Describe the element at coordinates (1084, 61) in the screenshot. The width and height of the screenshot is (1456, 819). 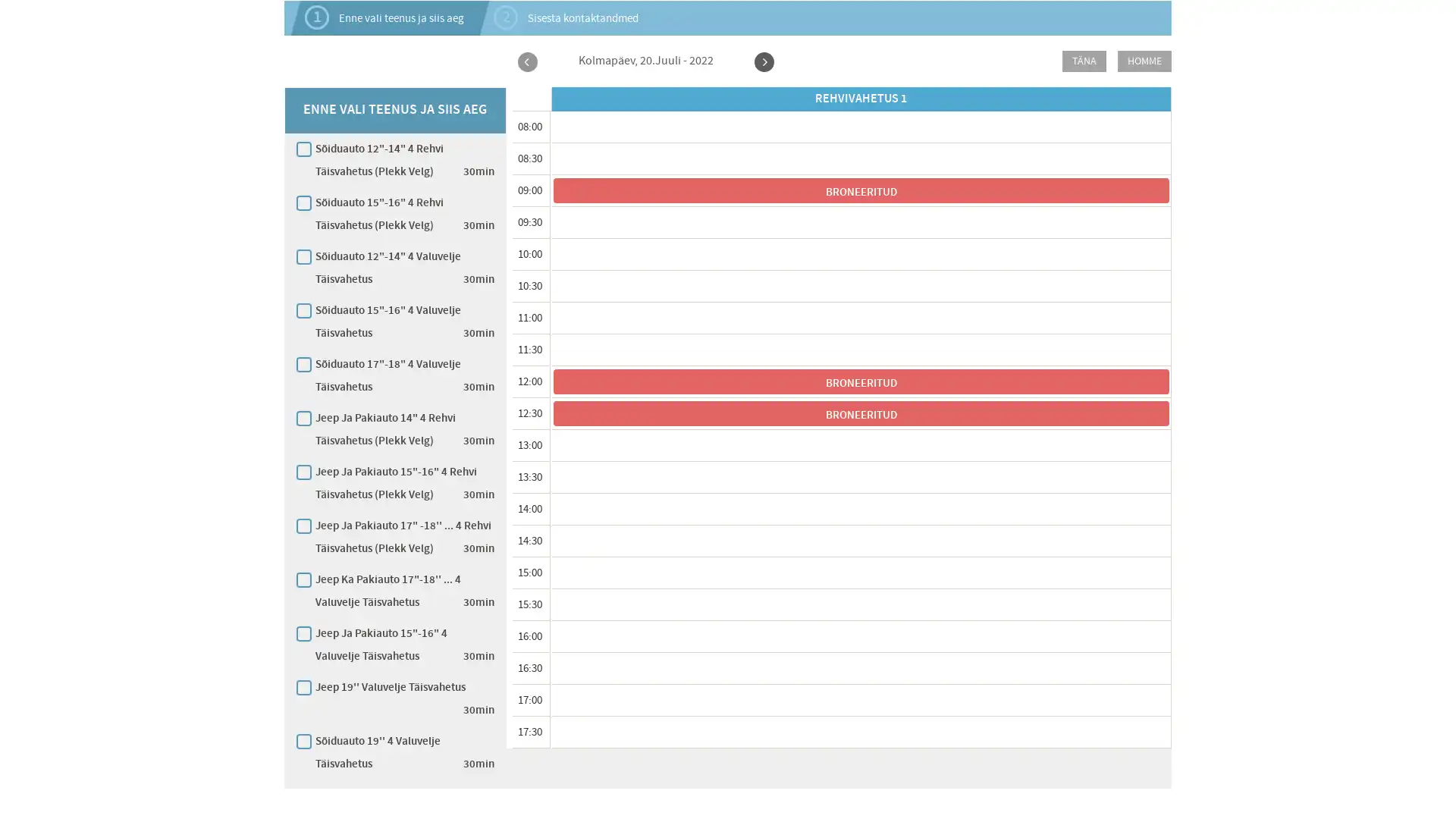
I see `TANA` at that location.